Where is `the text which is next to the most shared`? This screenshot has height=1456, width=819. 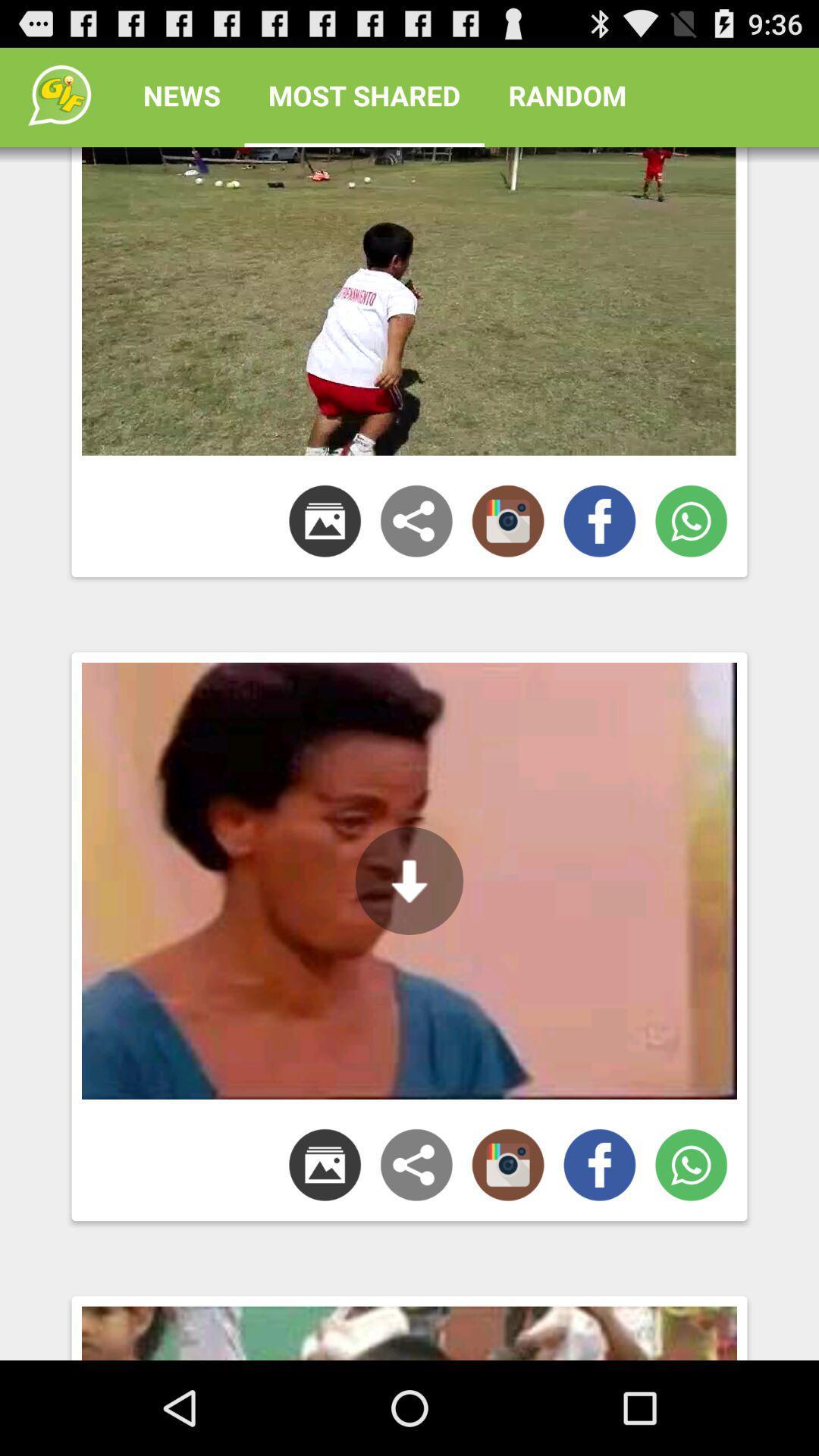 the text which is next to the most shared is located at coordinates (567, 94).